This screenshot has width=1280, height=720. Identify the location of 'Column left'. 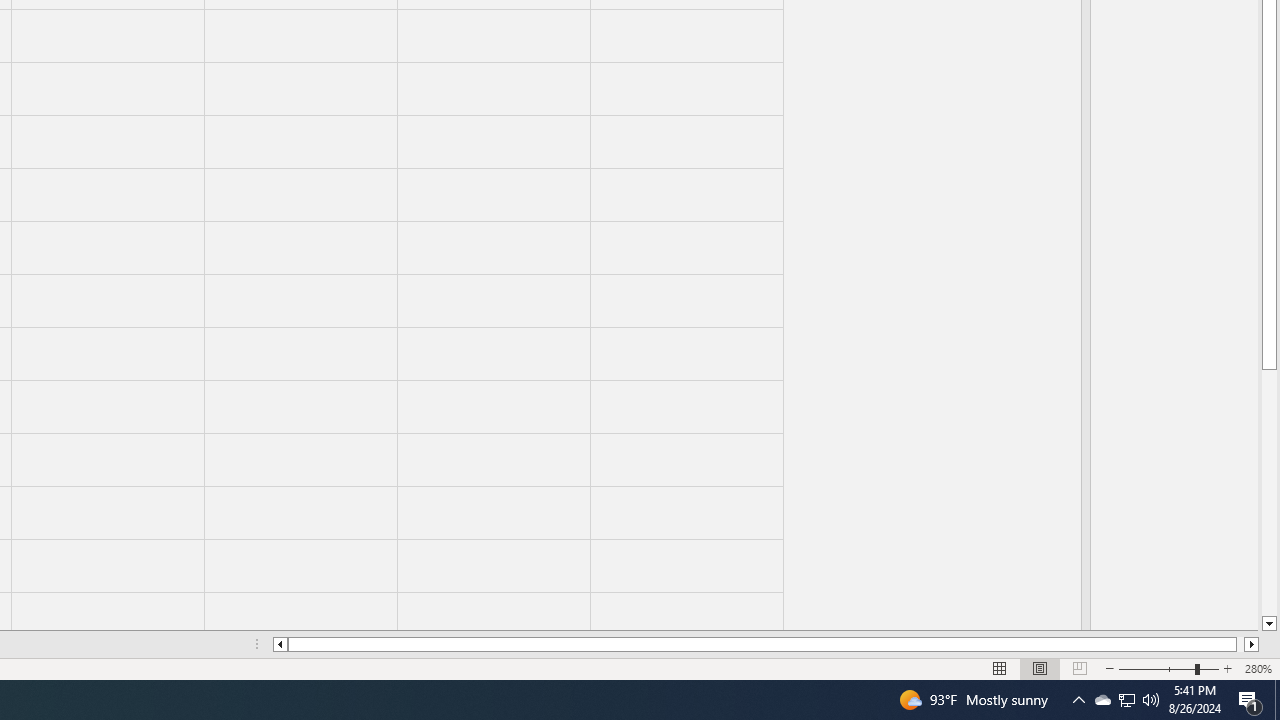
(278, 644).